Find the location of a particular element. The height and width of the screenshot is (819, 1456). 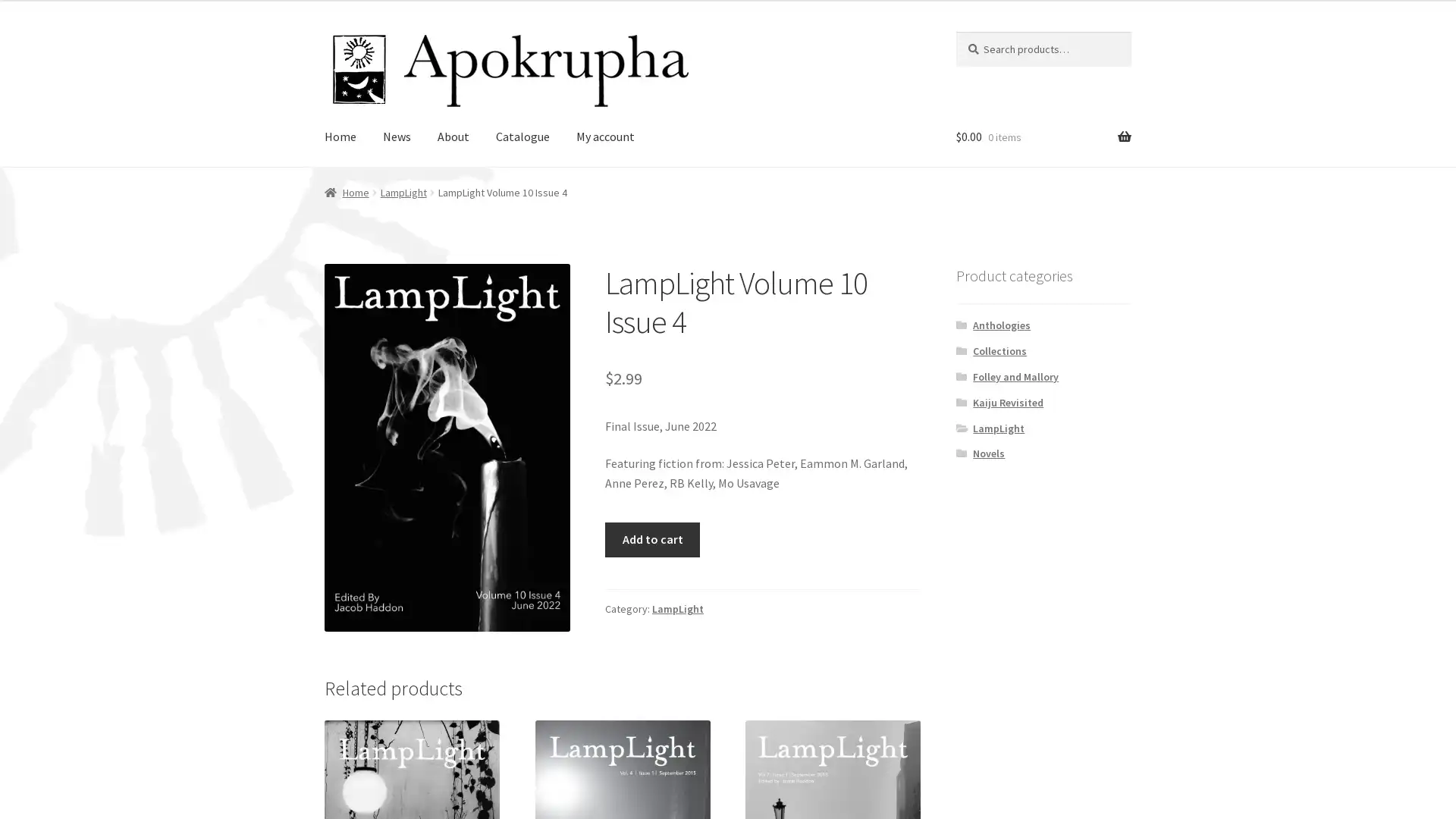

Add to cart is located at coordinates (652, 538).